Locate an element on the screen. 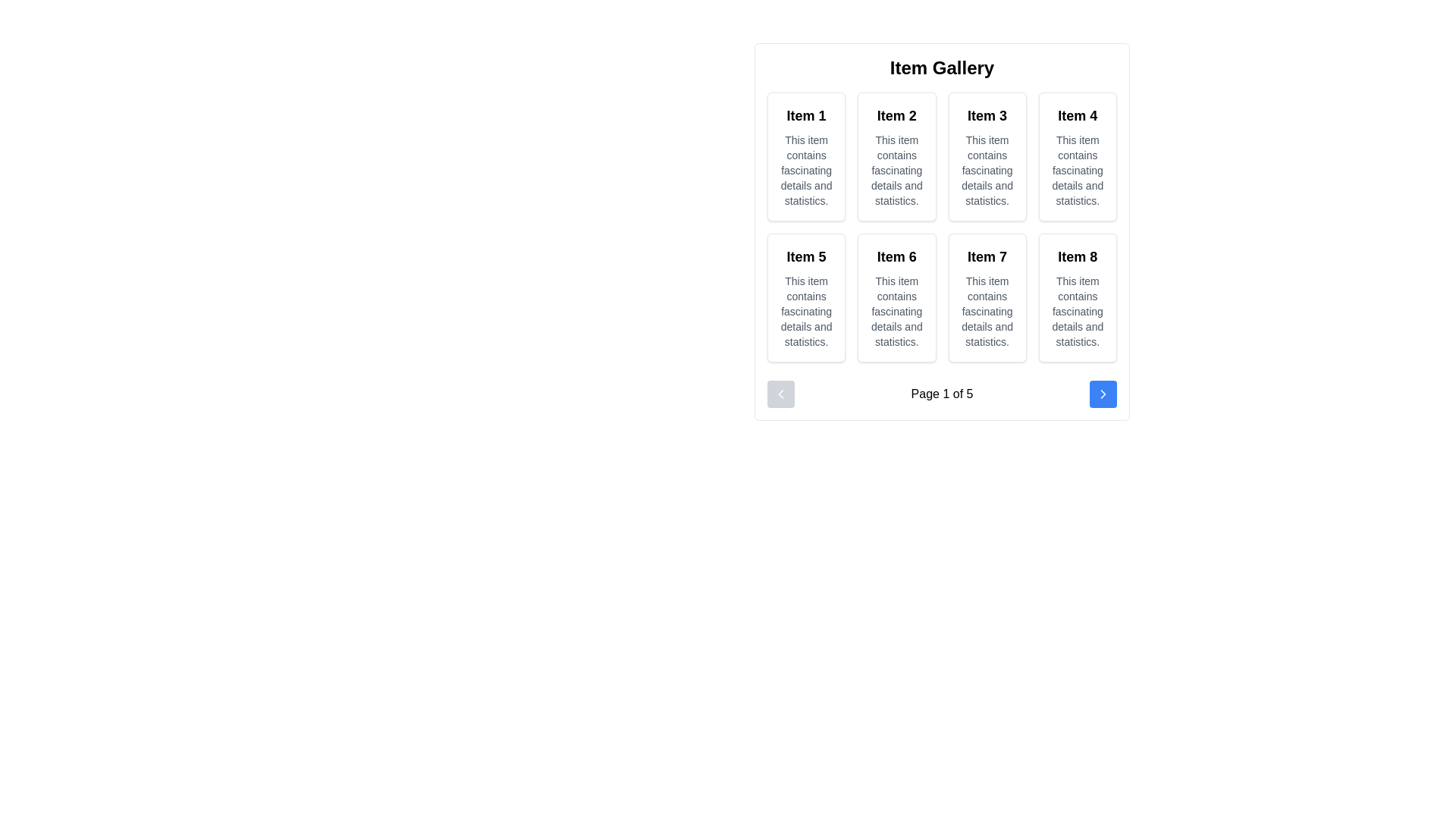 The height and width of the screenshot is (819, 1456). descriptive text located below the title 'Item 4' in the top-right corner of the item gallery grid is located at coordinates (1077, 170).